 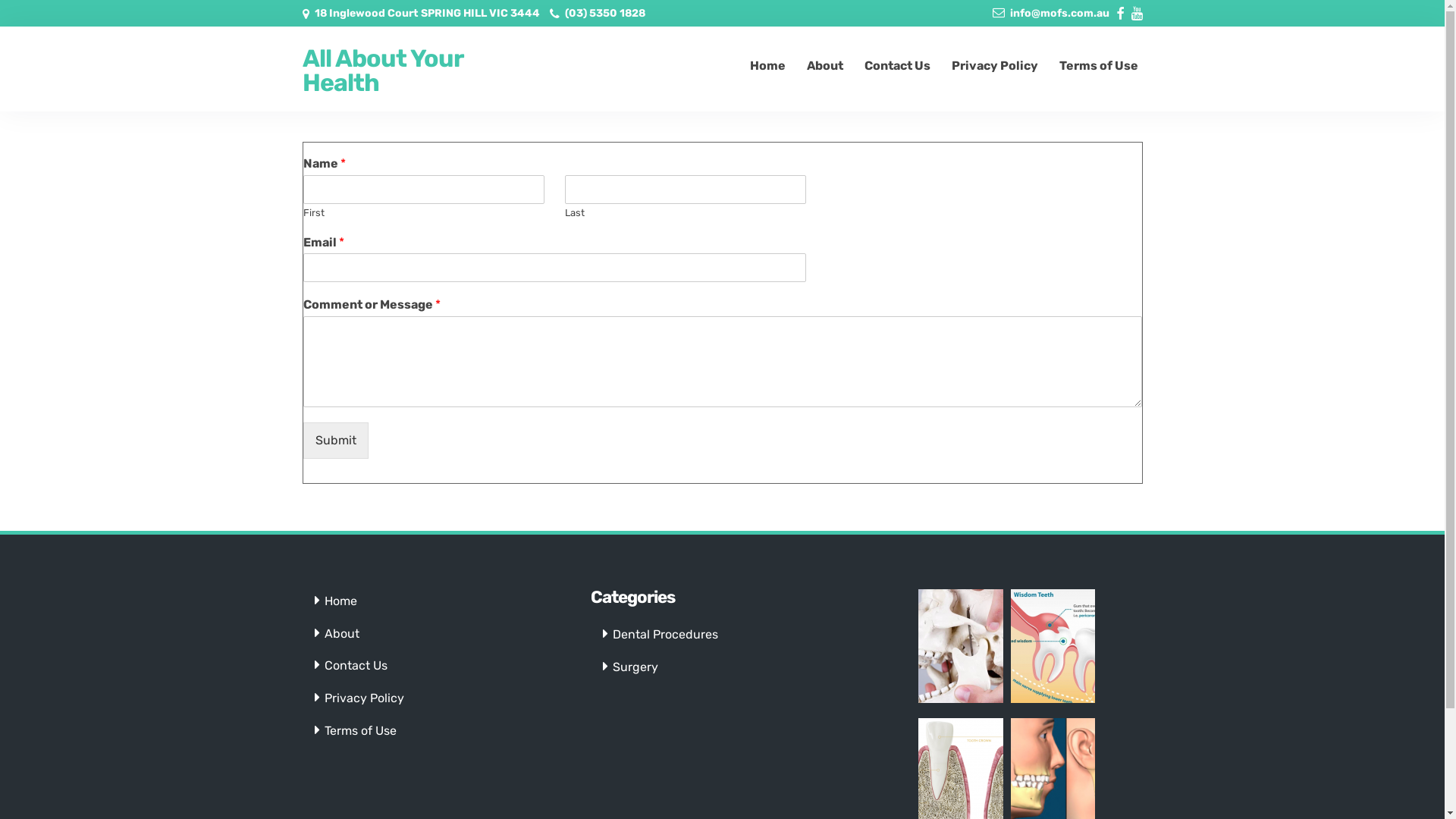 What do you see at coordinates (824, 65) in the screenshot?
I see `'About'` at bounding box center [824, 65].